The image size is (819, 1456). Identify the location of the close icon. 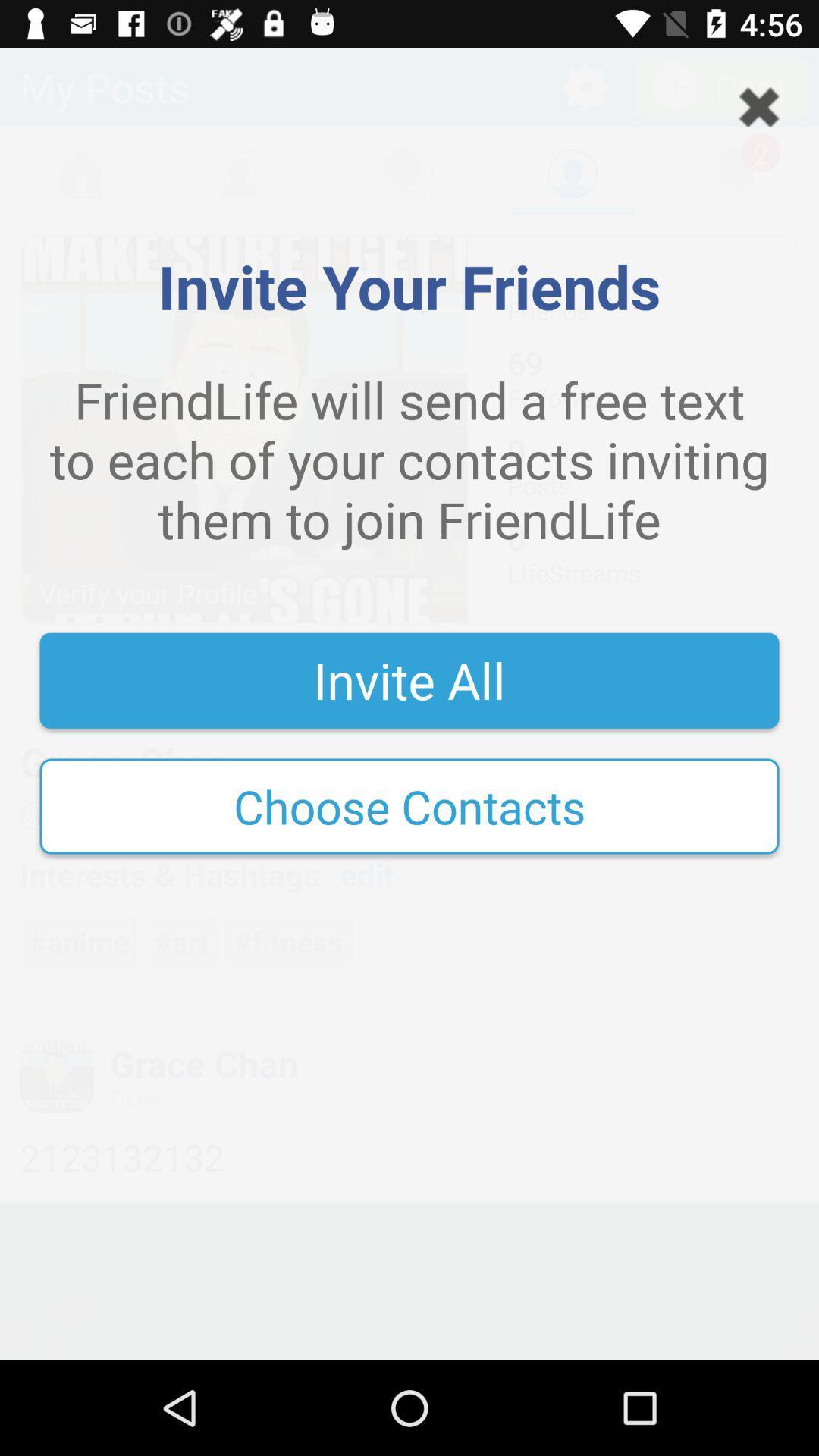
(759, 106).